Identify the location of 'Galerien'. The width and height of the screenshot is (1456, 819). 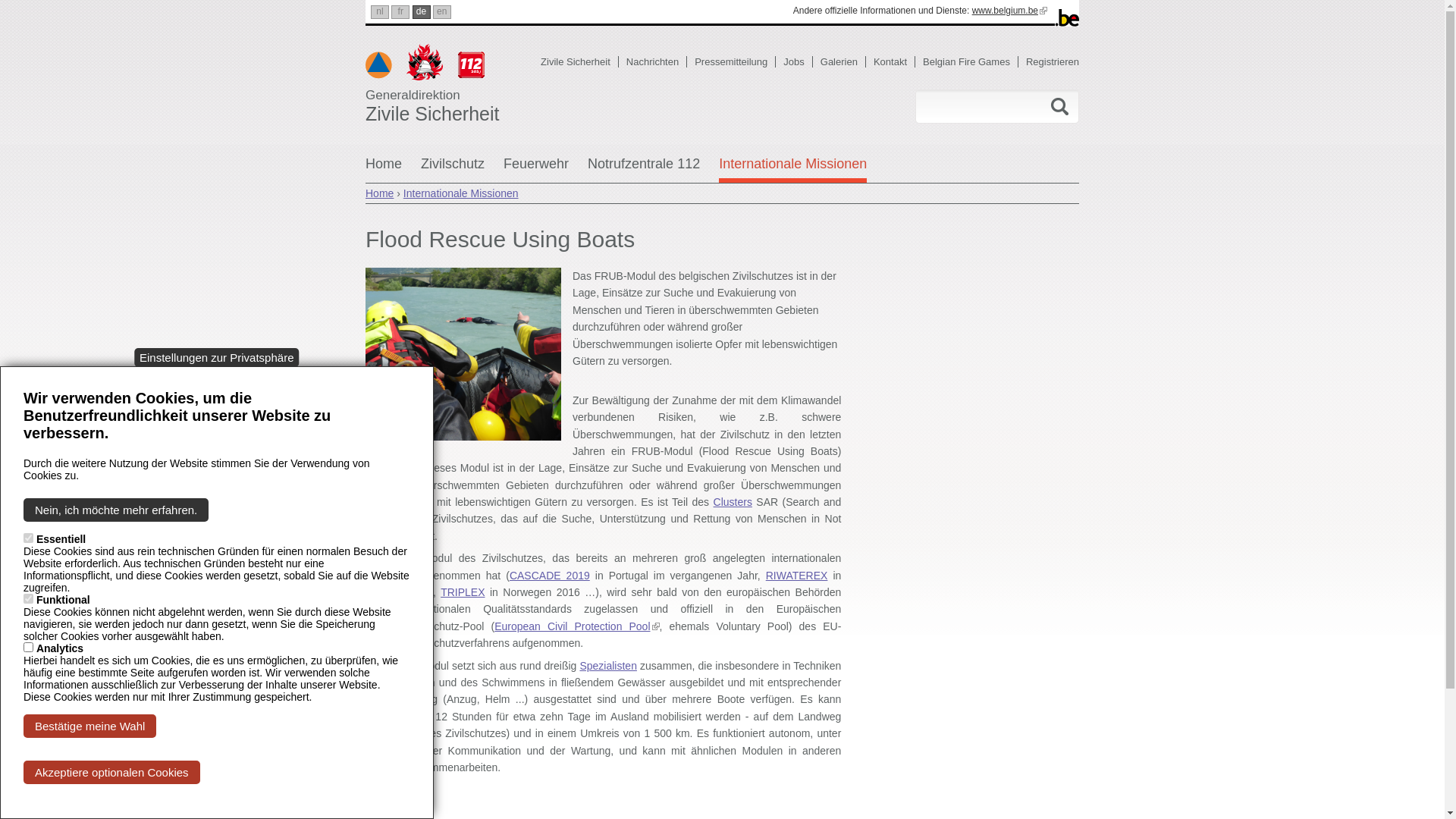
(843, 61).